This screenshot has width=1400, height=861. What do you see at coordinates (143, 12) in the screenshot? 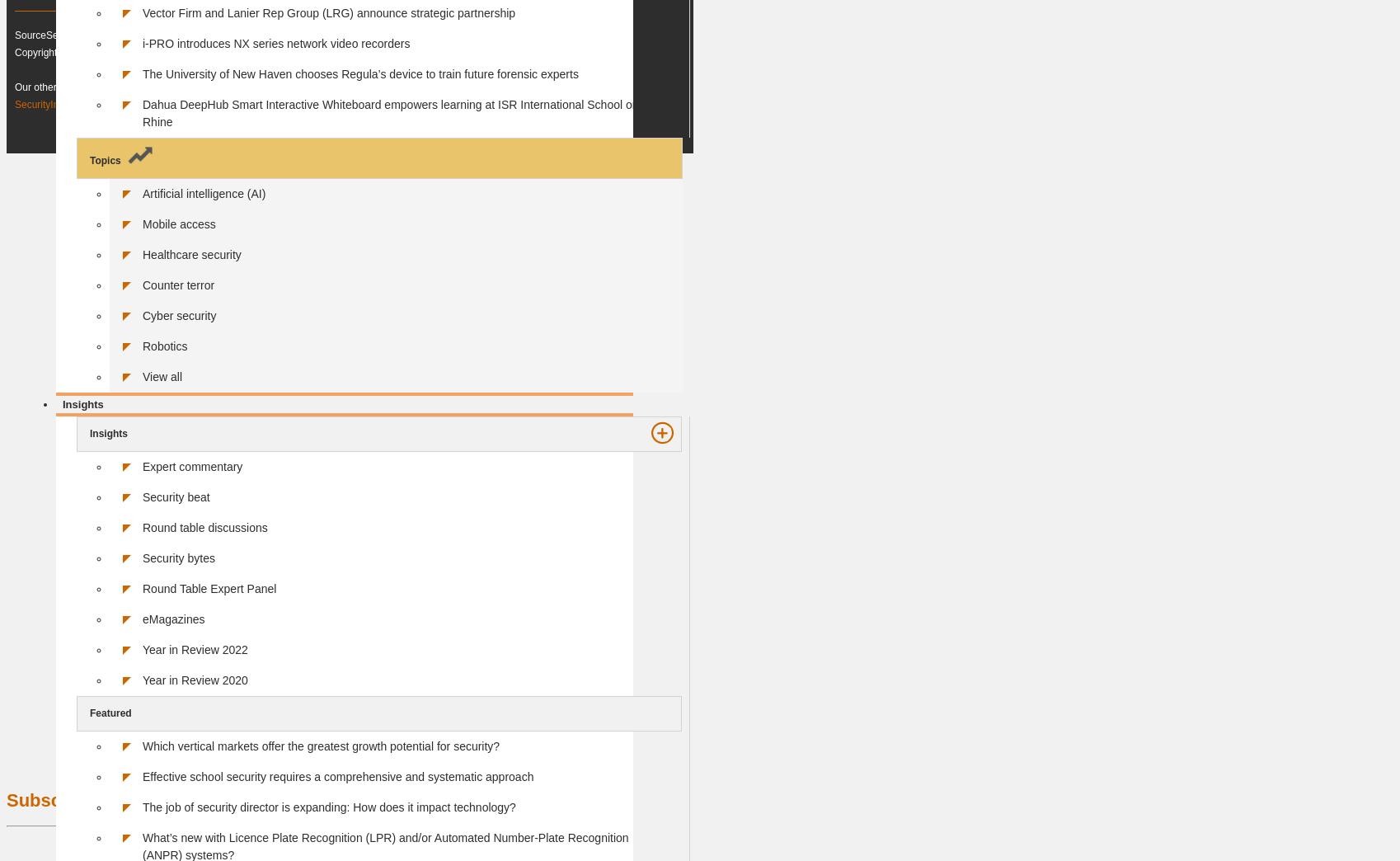
I see `'Vector Firm and Lanier Rep Group (LRG) announce strategic partnership'` at bounding box center [143, 12].